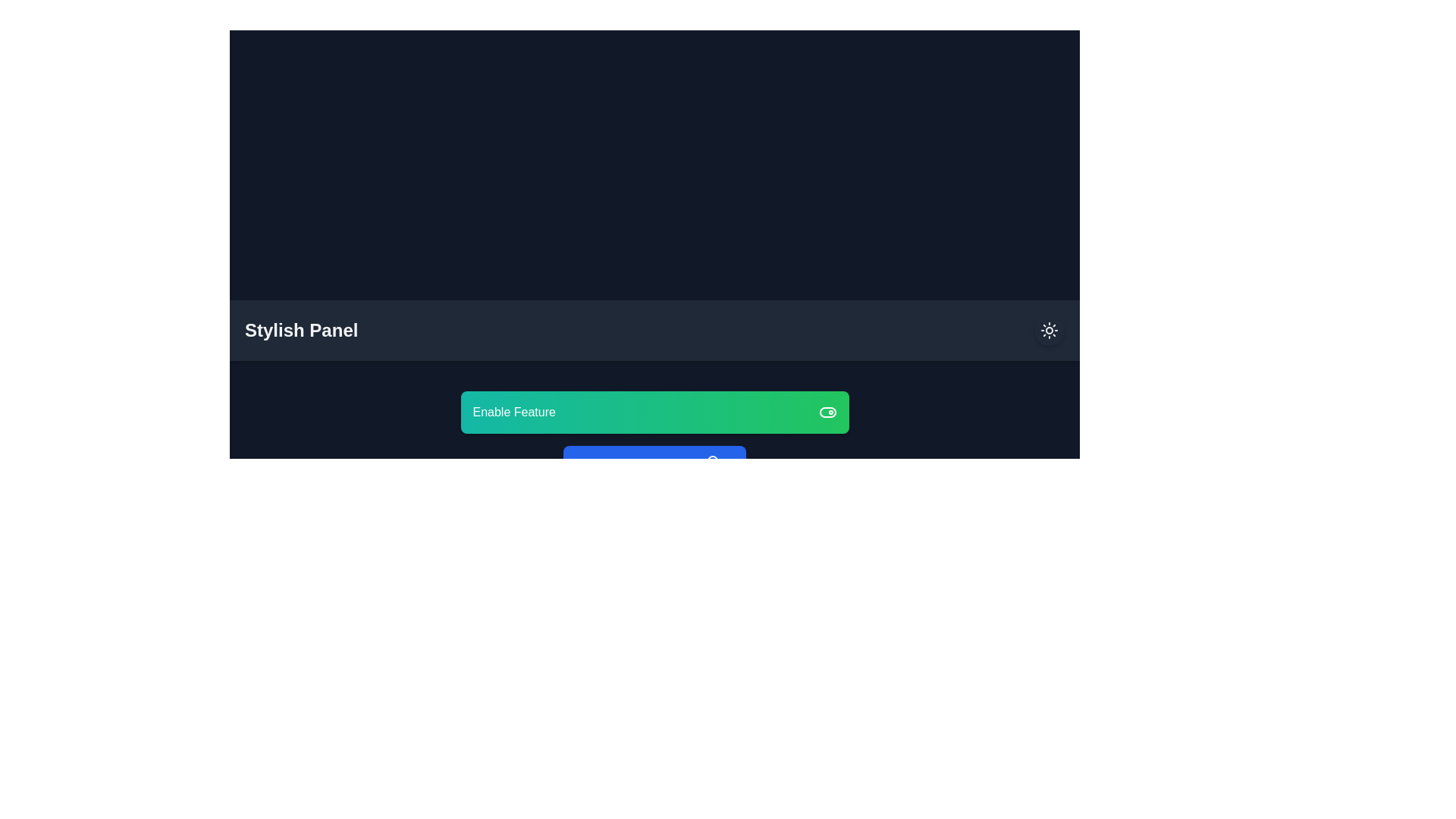  What do you see at coordinates (1048, 329) in the screenshot?
I see `the dark mode toggle button located on the far right side of the 'Stylish Panel' horizontal bar to switch between light and dark themes` at bounding box center [1048, 329].